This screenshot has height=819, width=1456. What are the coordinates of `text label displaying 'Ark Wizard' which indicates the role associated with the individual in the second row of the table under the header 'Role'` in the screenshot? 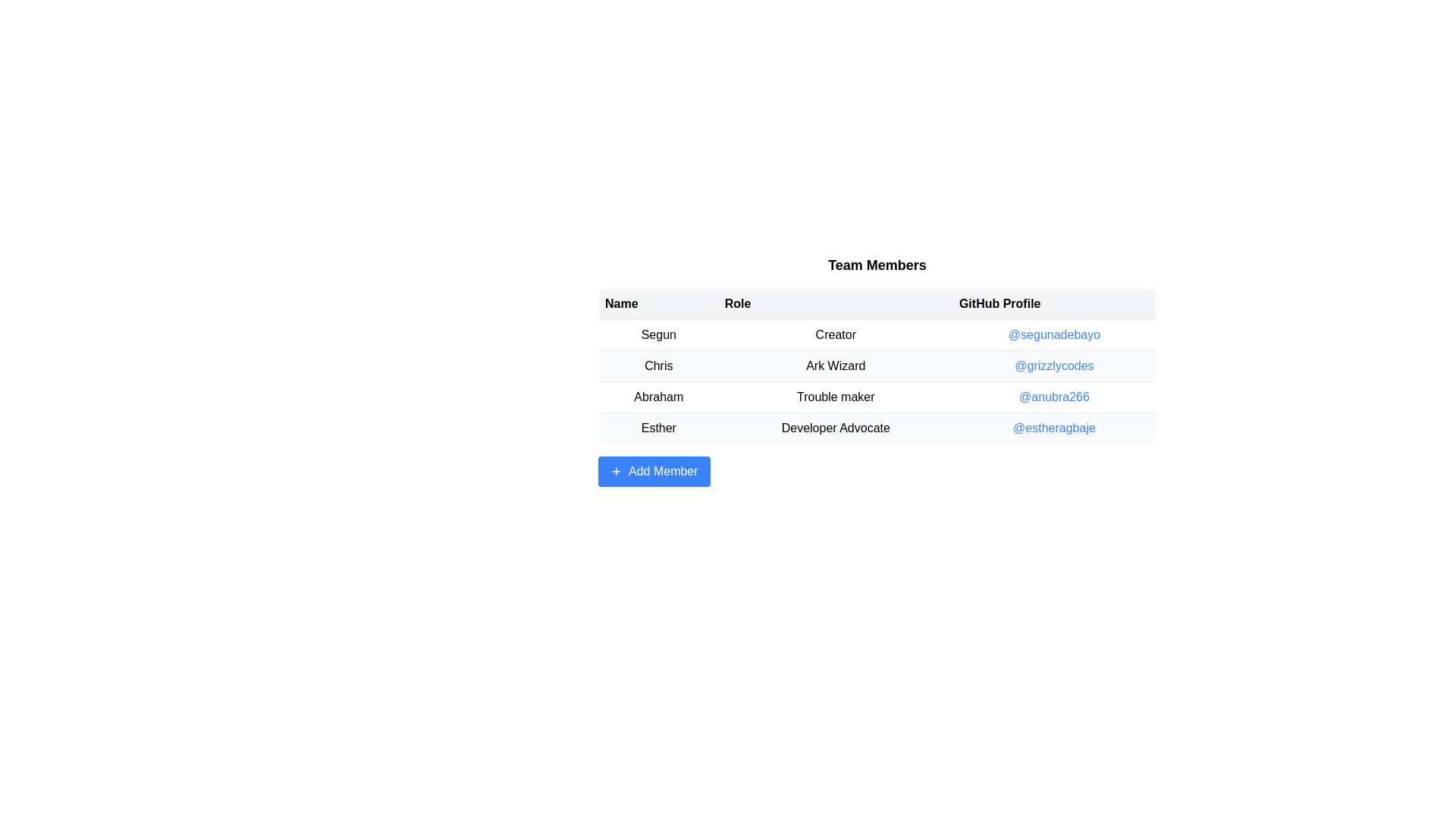 It's located at (835, 366).